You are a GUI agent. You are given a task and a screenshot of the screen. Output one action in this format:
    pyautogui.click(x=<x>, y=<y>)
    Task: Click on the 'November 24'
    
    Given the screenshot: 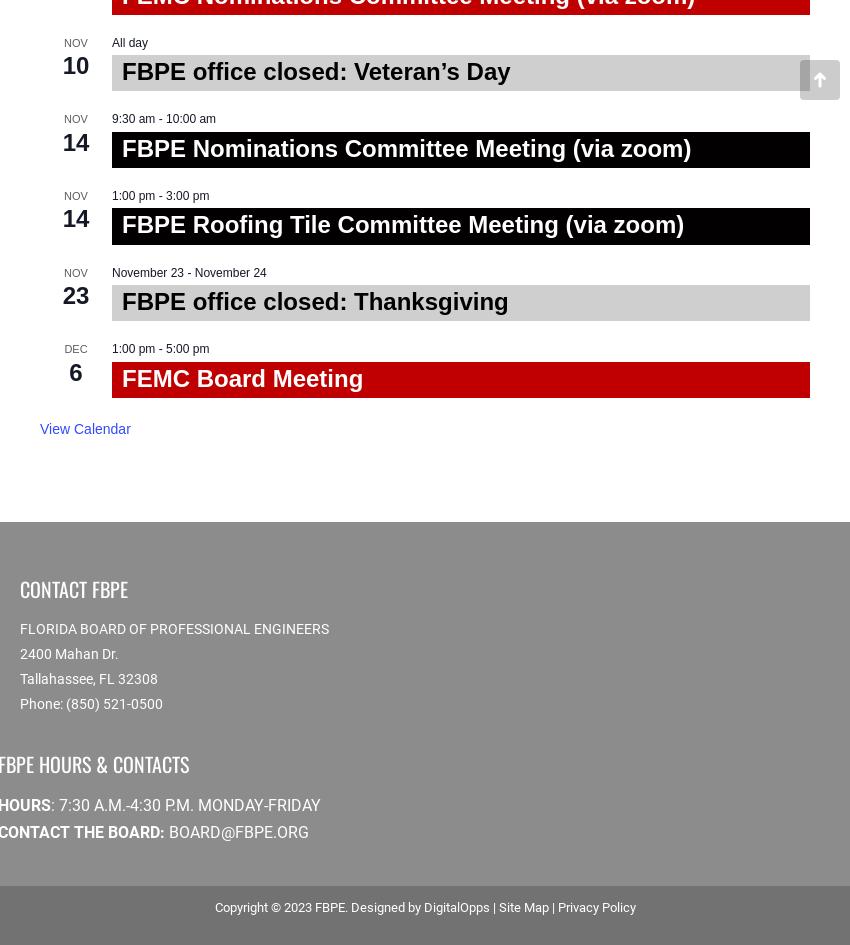 What is the action you would take?
    pyautogui.click(x=230, y=271)
    